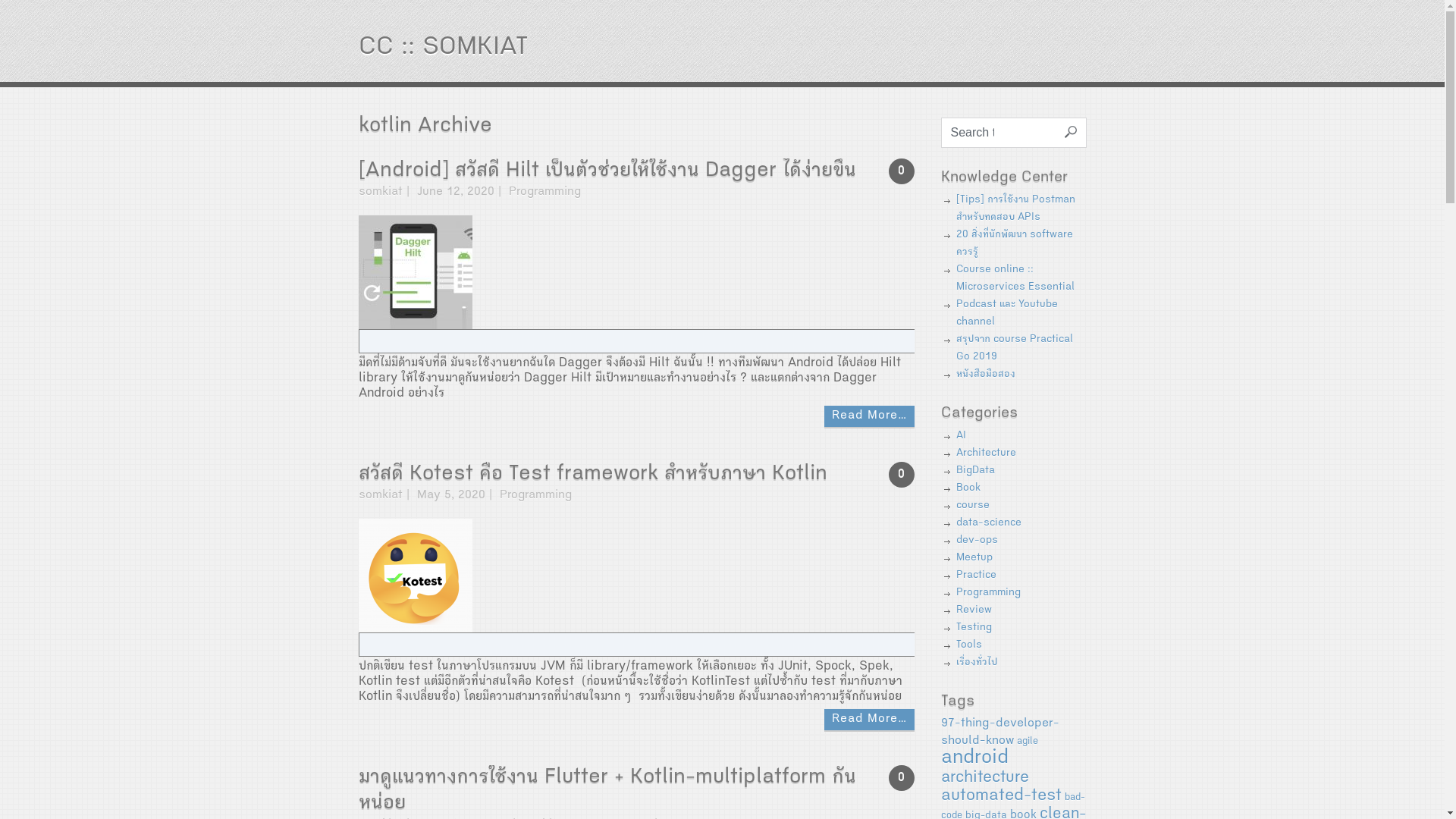 The height and width of the screenshot is (819, 1456). Describe the element at coordinates (498, 496) in the screenshot. I see `'Programming'` at that location.